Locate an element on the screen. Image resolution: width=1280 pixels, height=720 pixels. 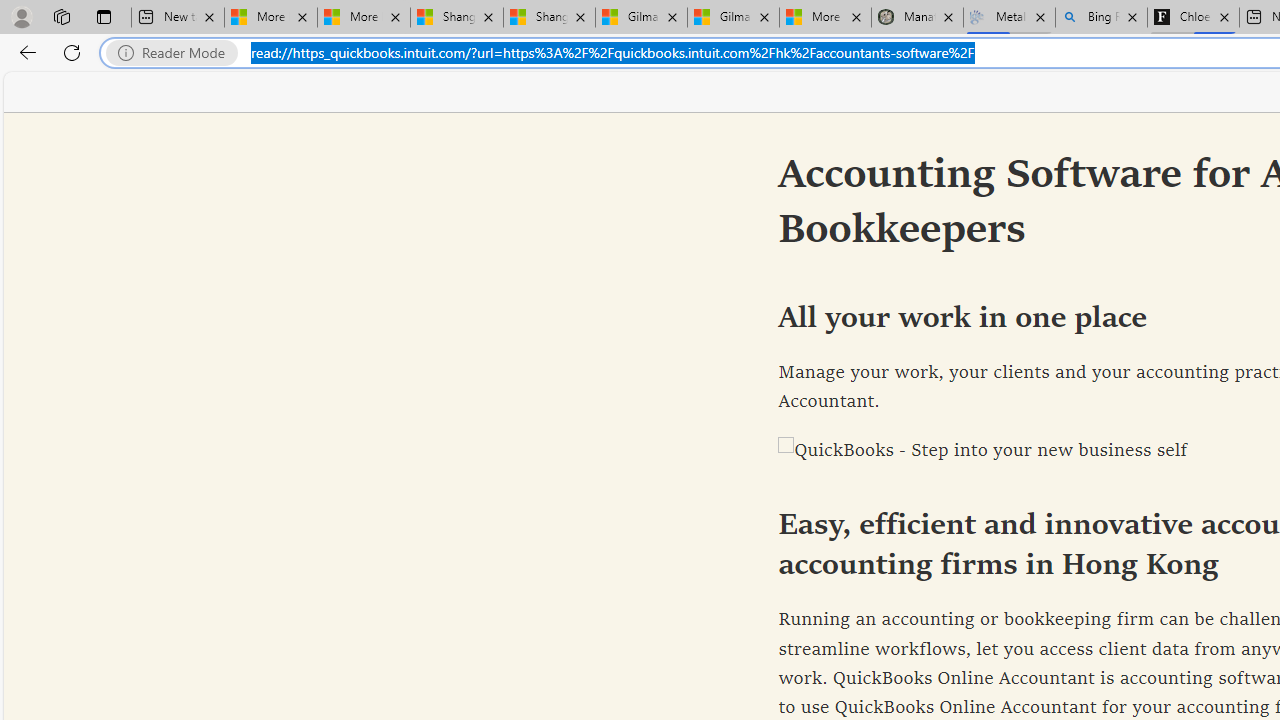
'Bing Real Estate - Home sales and rental listings' is located at coordinates (1100, 17).